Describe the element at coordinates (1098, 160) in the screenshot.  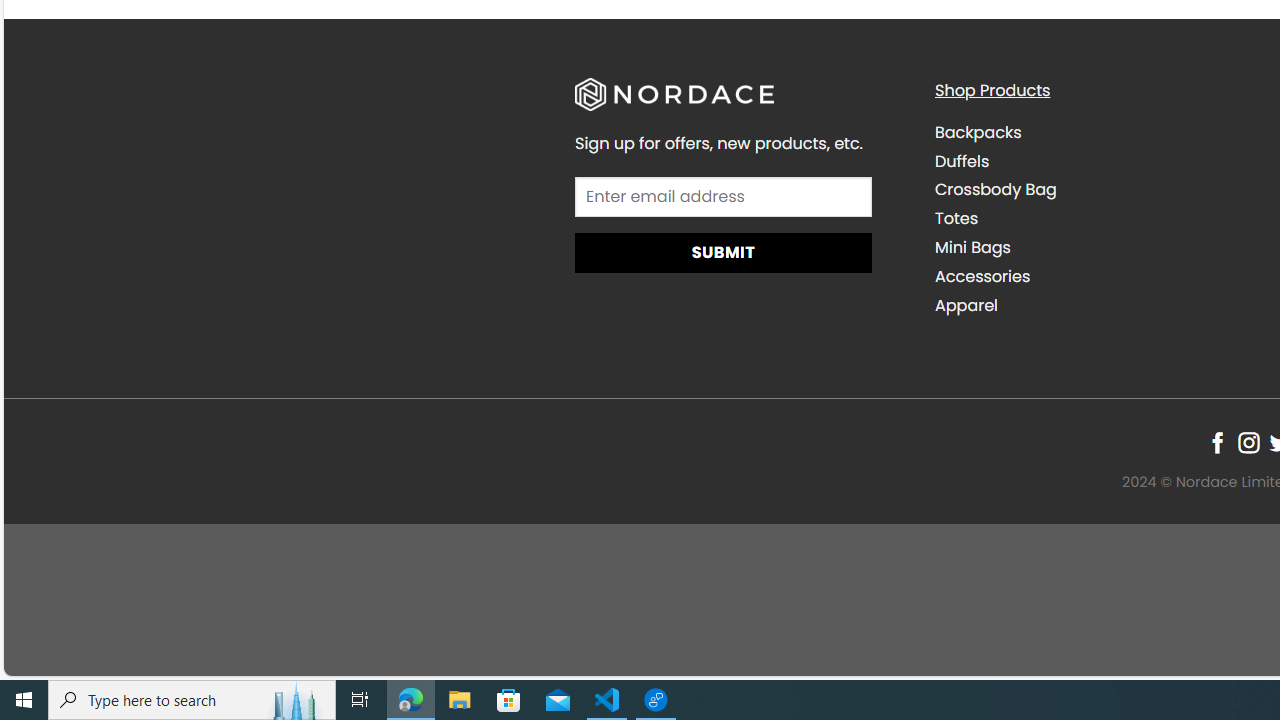
I see `'Duffels'` at that location.